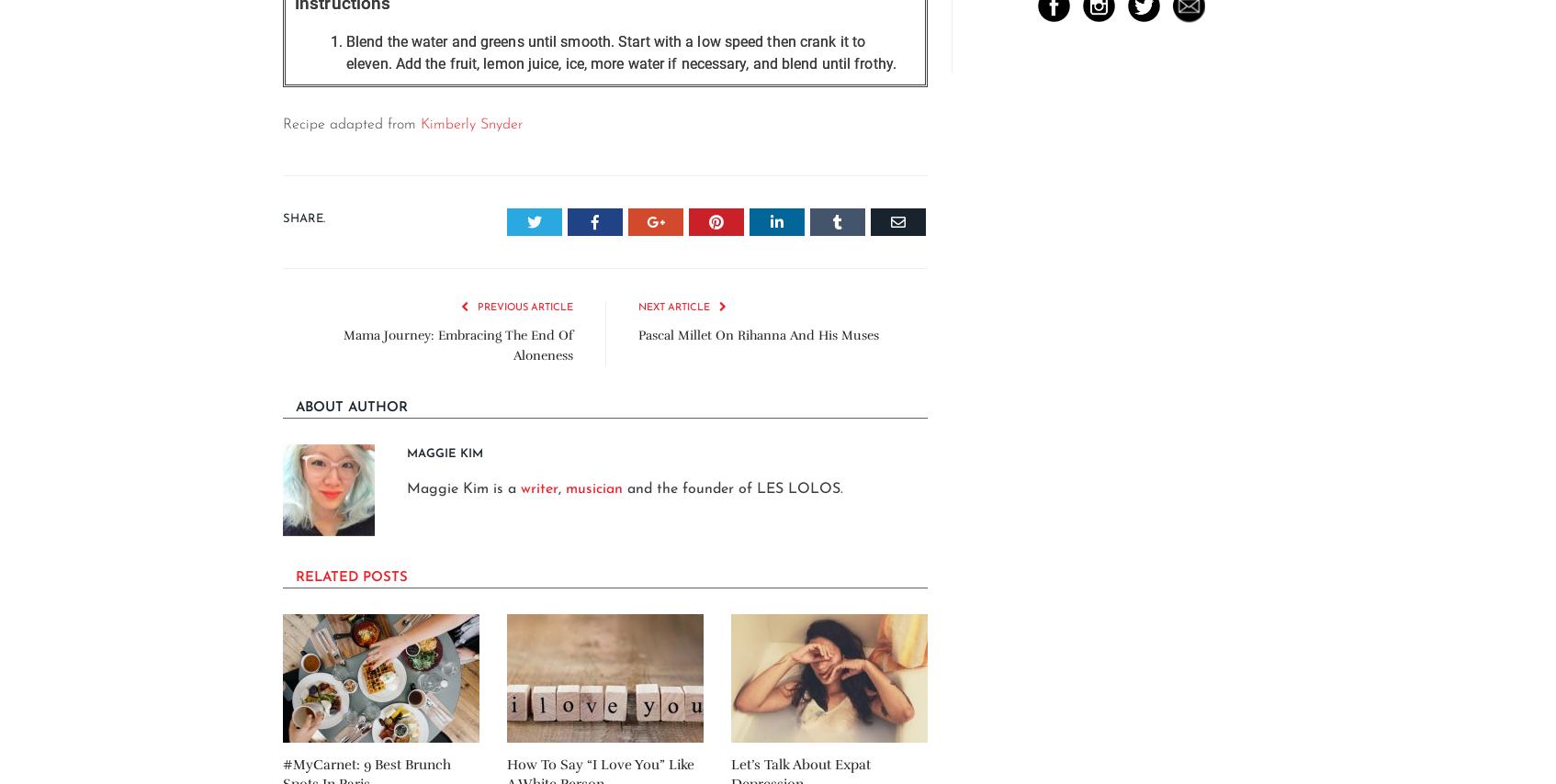 The image size is (1556, 784). Describe the element at coordinates (758, 334) in the screenshot. I see `'Pascal Millet On Rihanna And His Muses'` at that location.